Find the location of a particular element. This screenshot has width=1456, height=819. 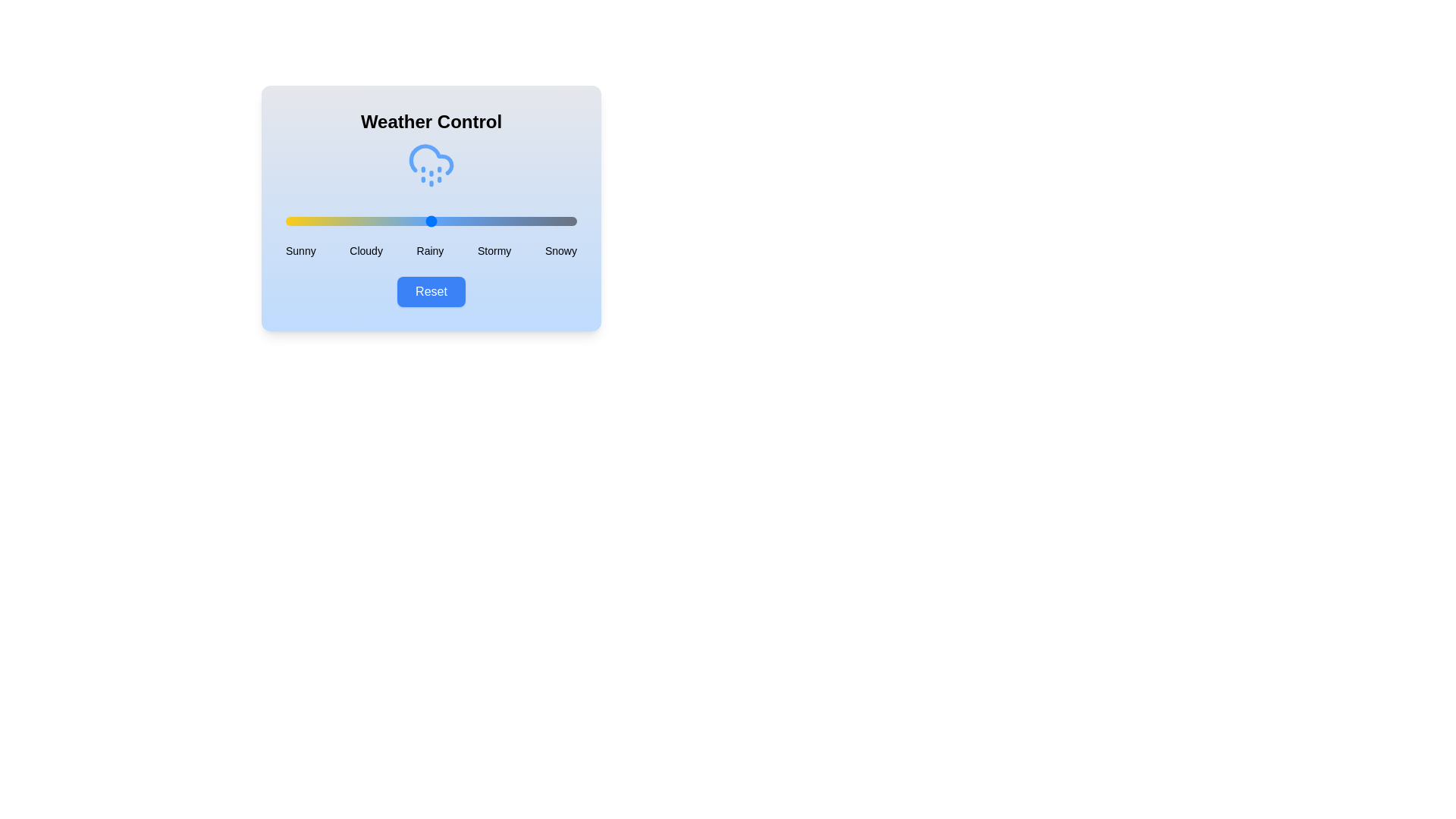

the weather condition slider to 24 is located at coordinates (355, 221).